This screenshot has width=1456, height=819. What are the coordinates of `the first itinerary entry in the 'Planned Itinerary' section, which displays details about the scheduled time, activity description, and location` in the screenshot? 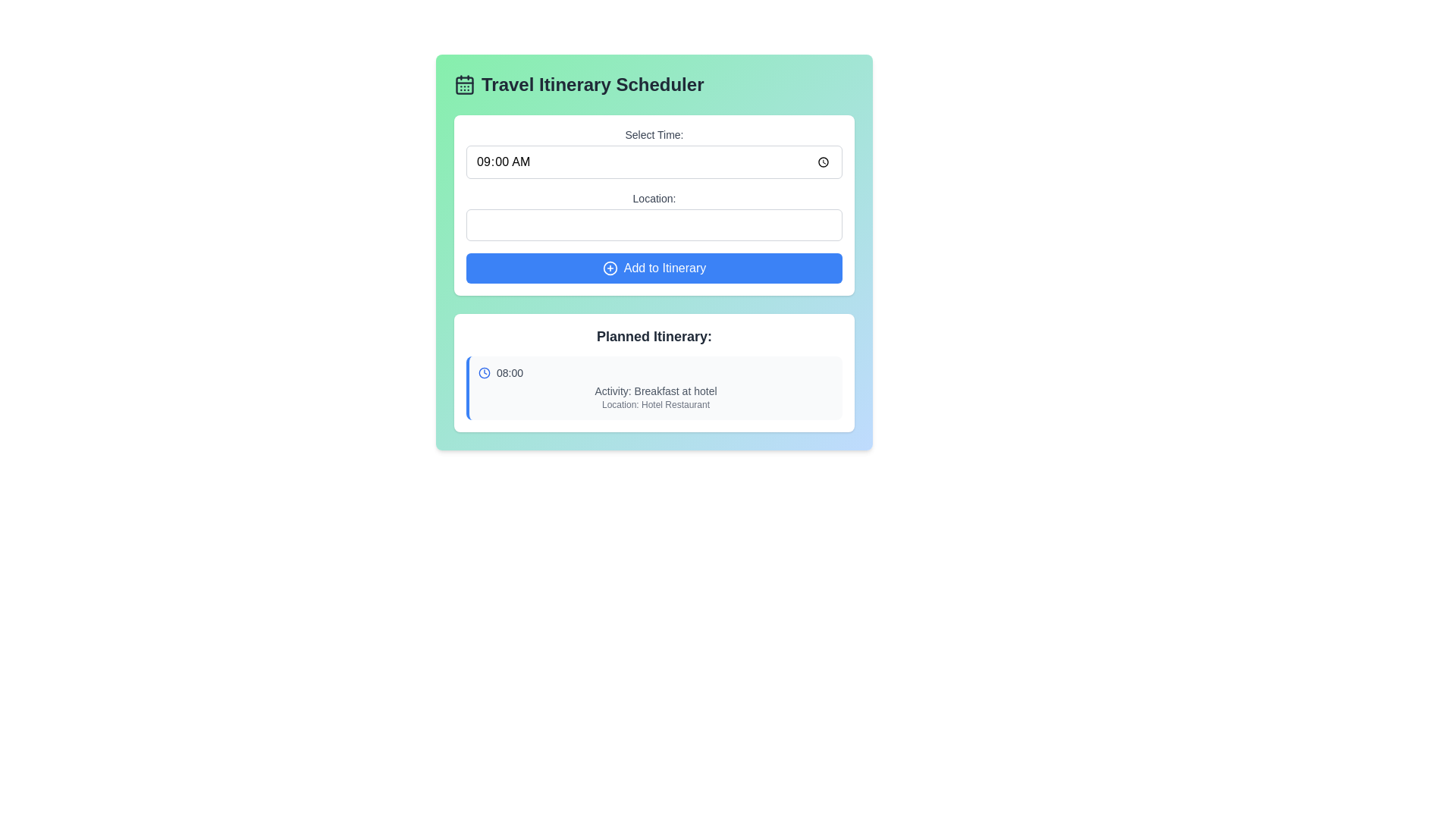 It's located at (654, 388).